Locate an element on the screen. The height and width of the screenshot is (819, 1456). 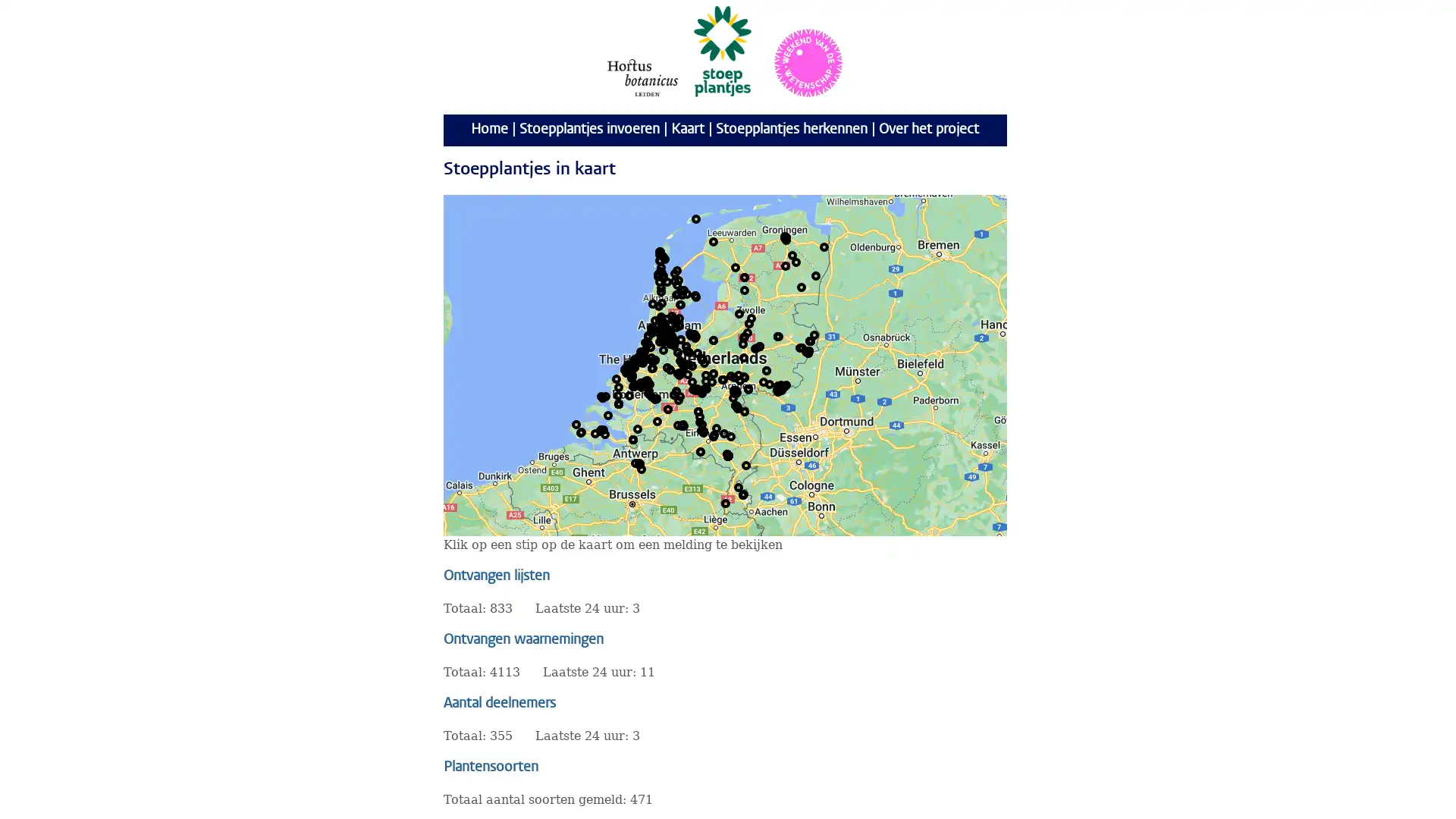
Telling van Anja Wijffels op 05 mei 2022 is located at coordinates (641, 467).